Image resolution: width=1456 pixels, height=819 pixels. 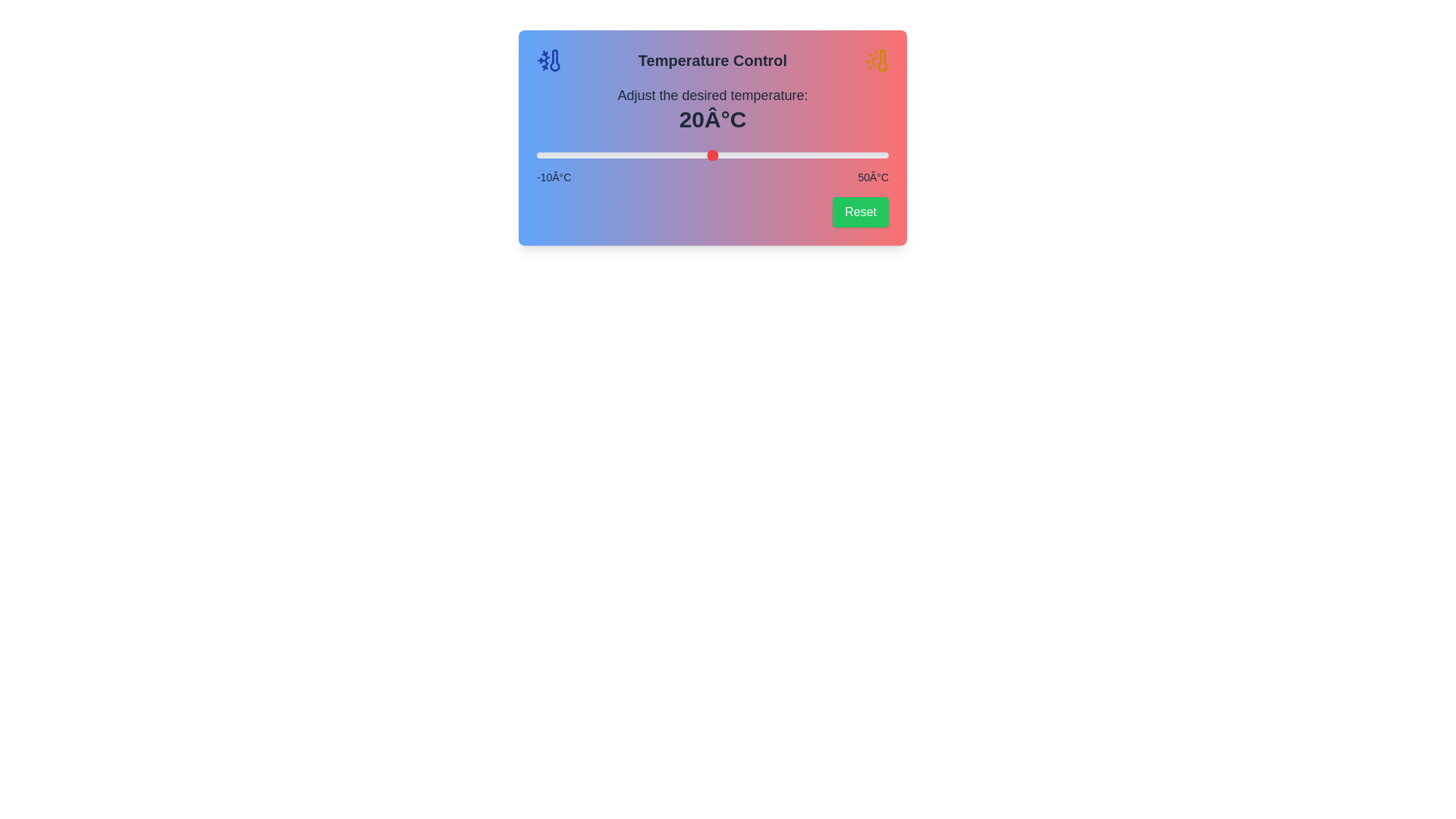 What do you see at coordinates (736, 155) in the screenshot?
I see `the slider to set the temperature to 24°C` at bounding box center [736, 155].